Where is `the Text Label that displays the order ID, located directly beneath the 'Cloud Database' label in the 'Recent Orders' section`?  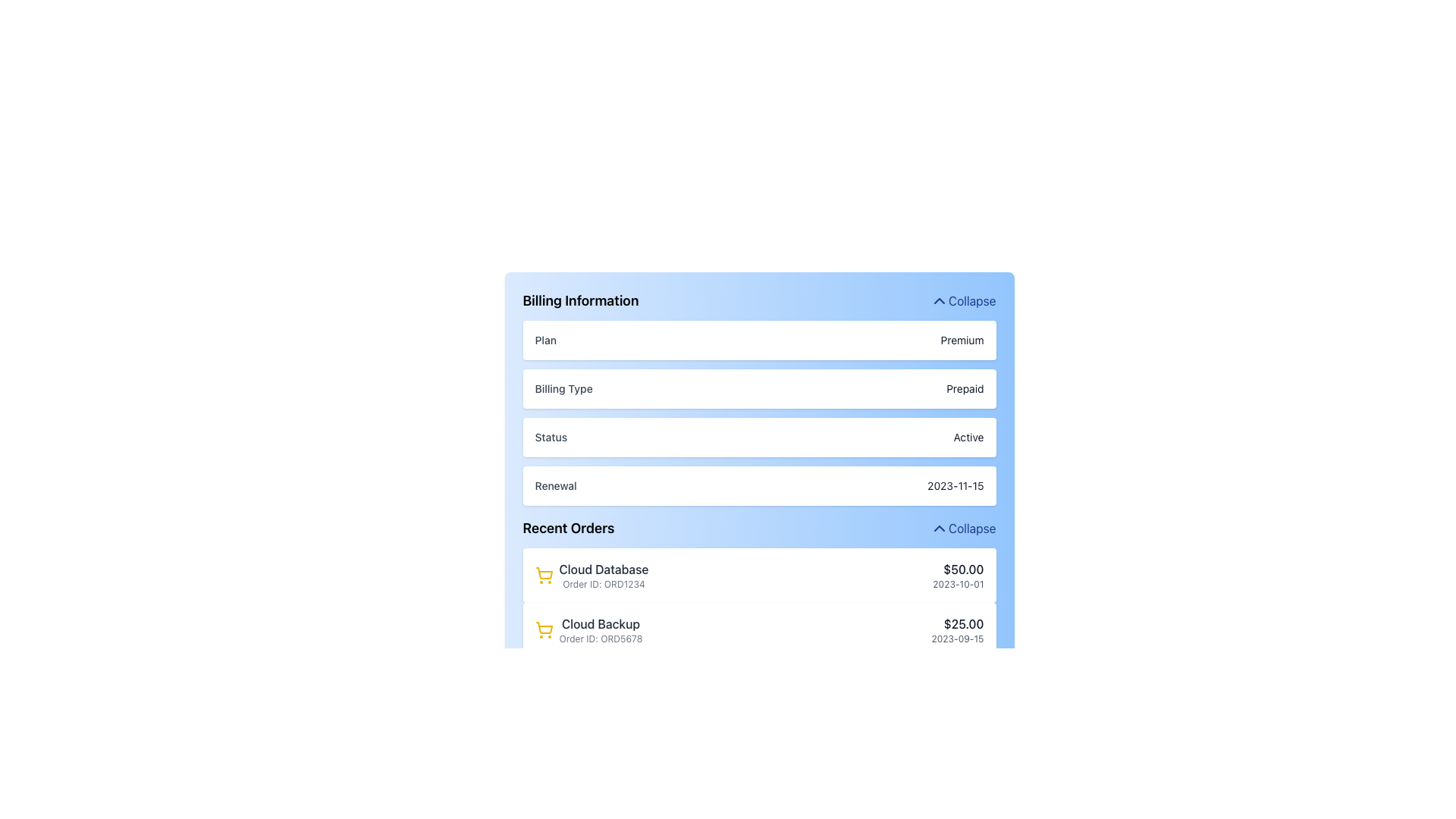
the Text Label that displays the order ID, located directly beneath the 'Cloud Database' label in the 'Recent Orders' section is located at coordinates (603, 584).